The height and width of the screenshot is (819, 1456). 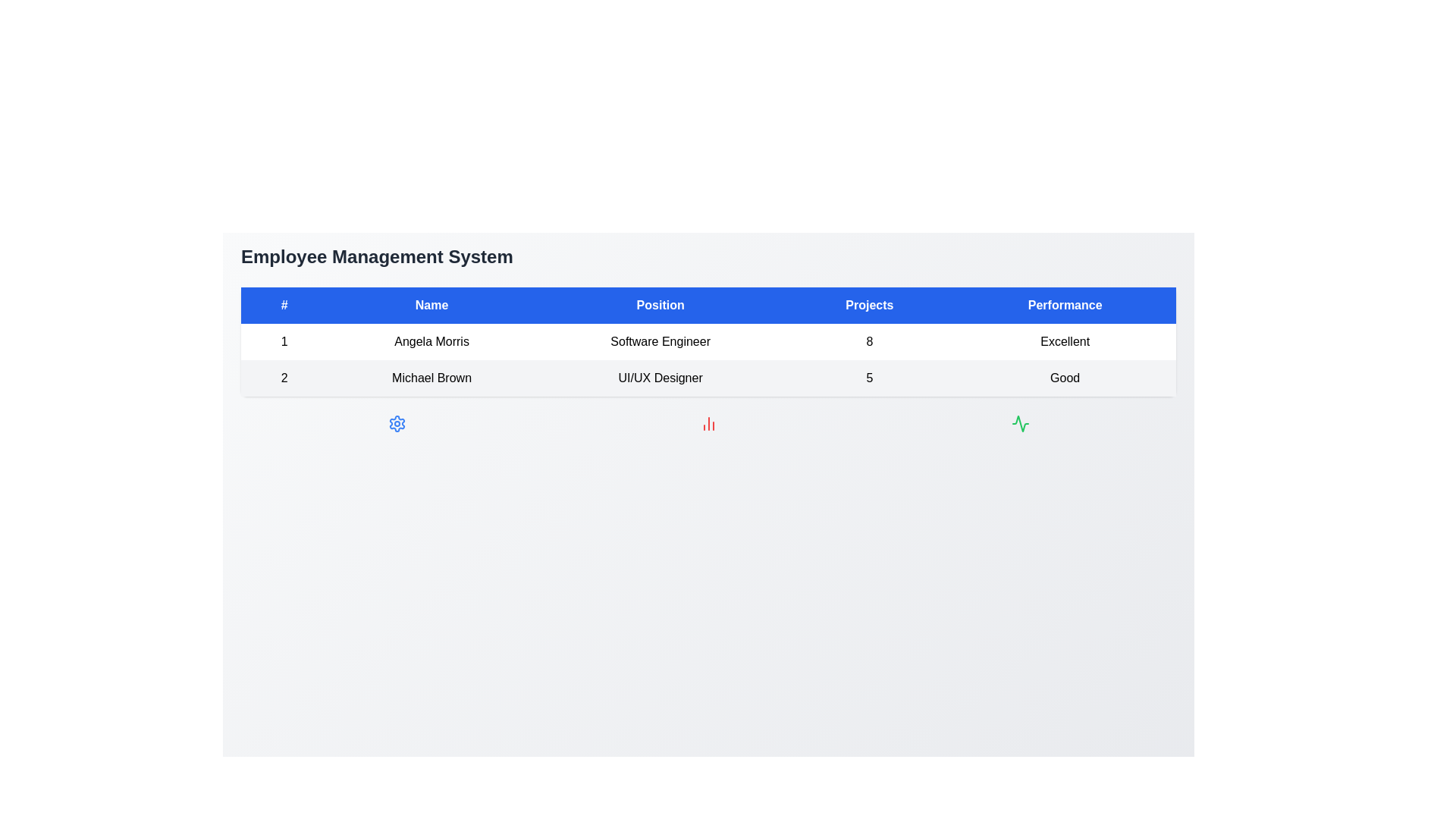 What do you see at coordinates (377, 256) in the screenshot?
I see `title element 'Employee Management System' which is displayed prominently in large, bold font at the top of the interface` at bounding box center [377, 256].